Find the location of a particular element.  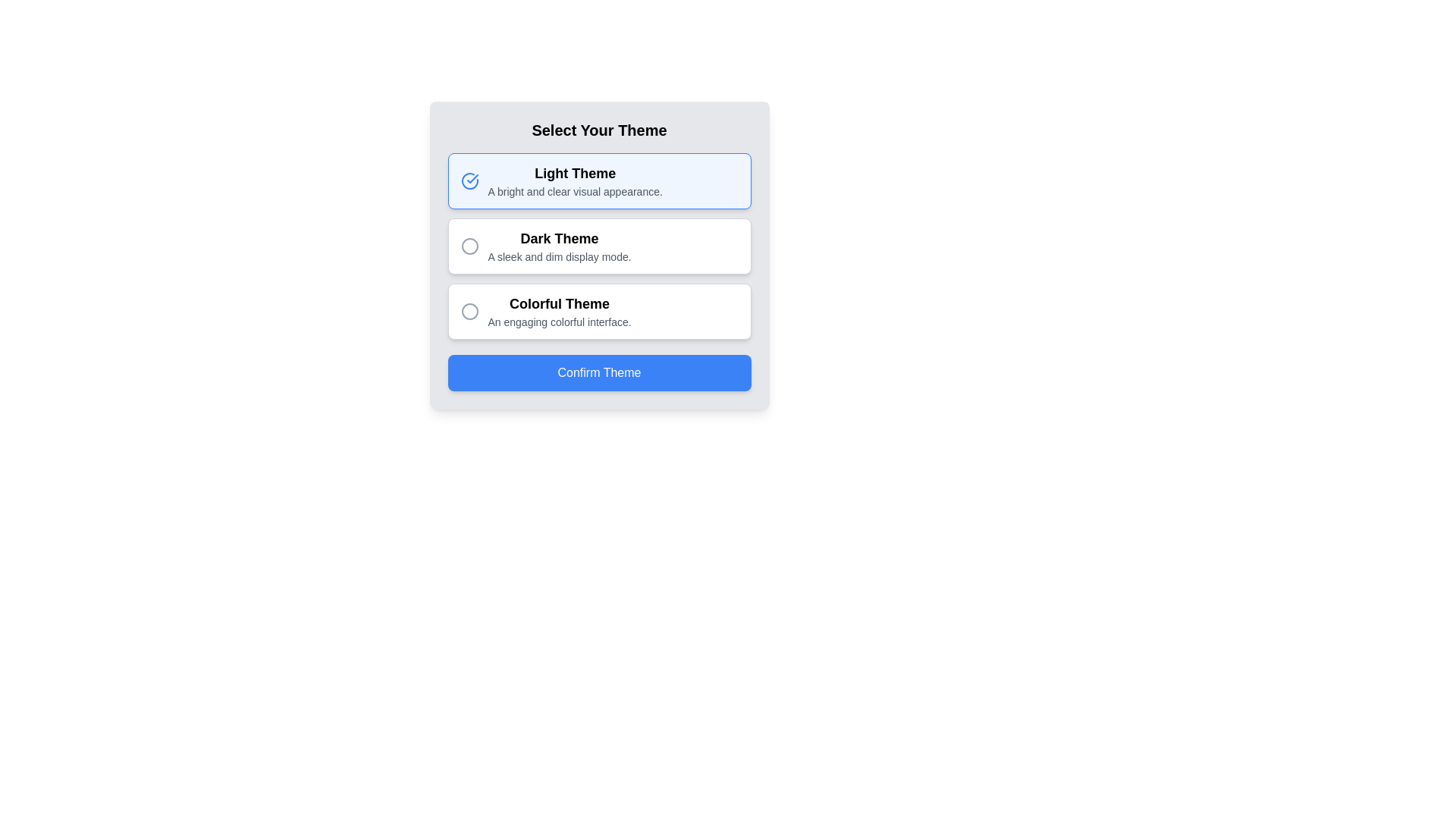

the confirmation button located at the bottom of the light gray dialog box to finalize the theme selection is located at coordinates (598, 373).